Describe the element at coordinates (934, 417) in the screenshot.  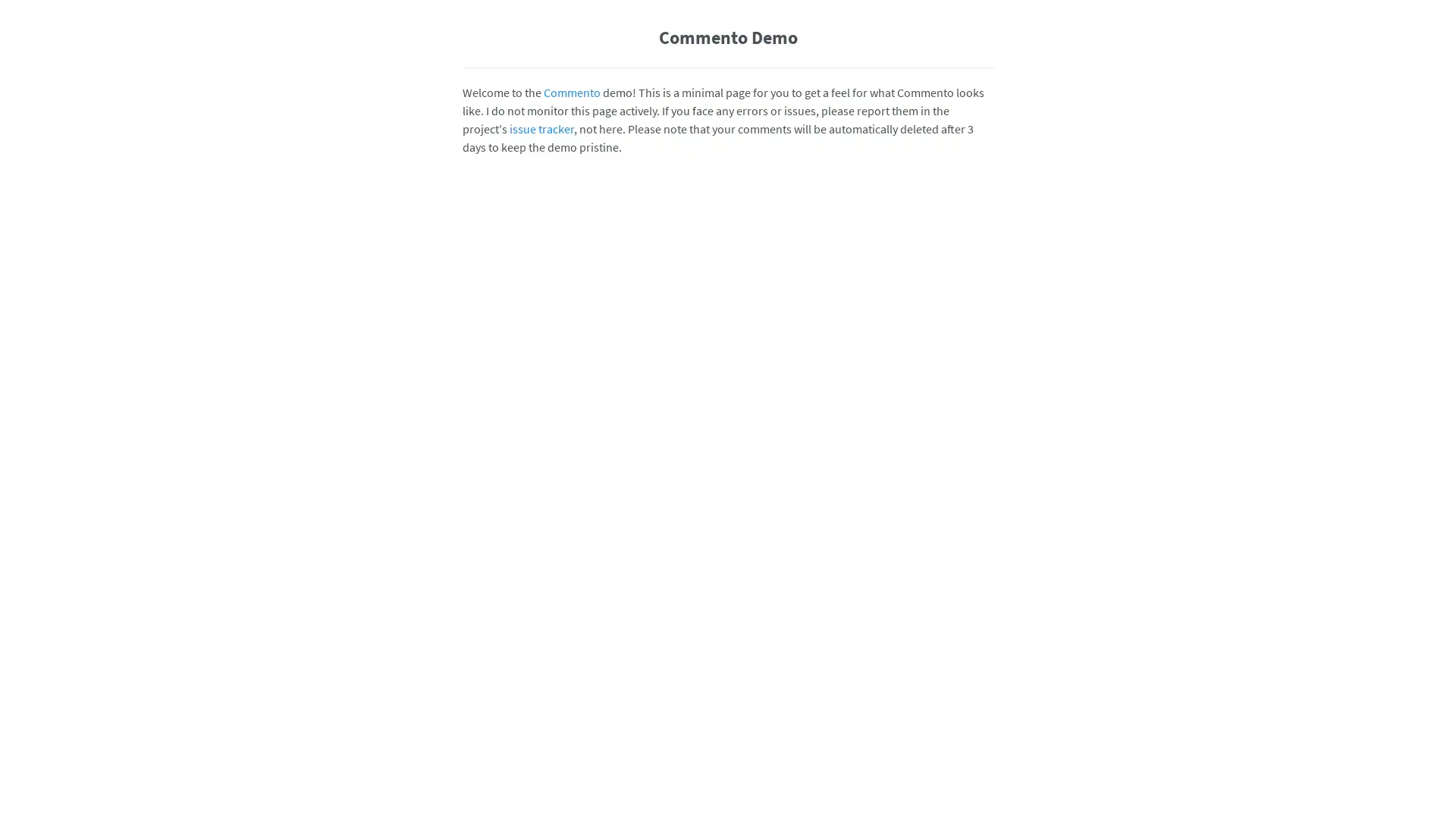
I see `Upvote` at that location.